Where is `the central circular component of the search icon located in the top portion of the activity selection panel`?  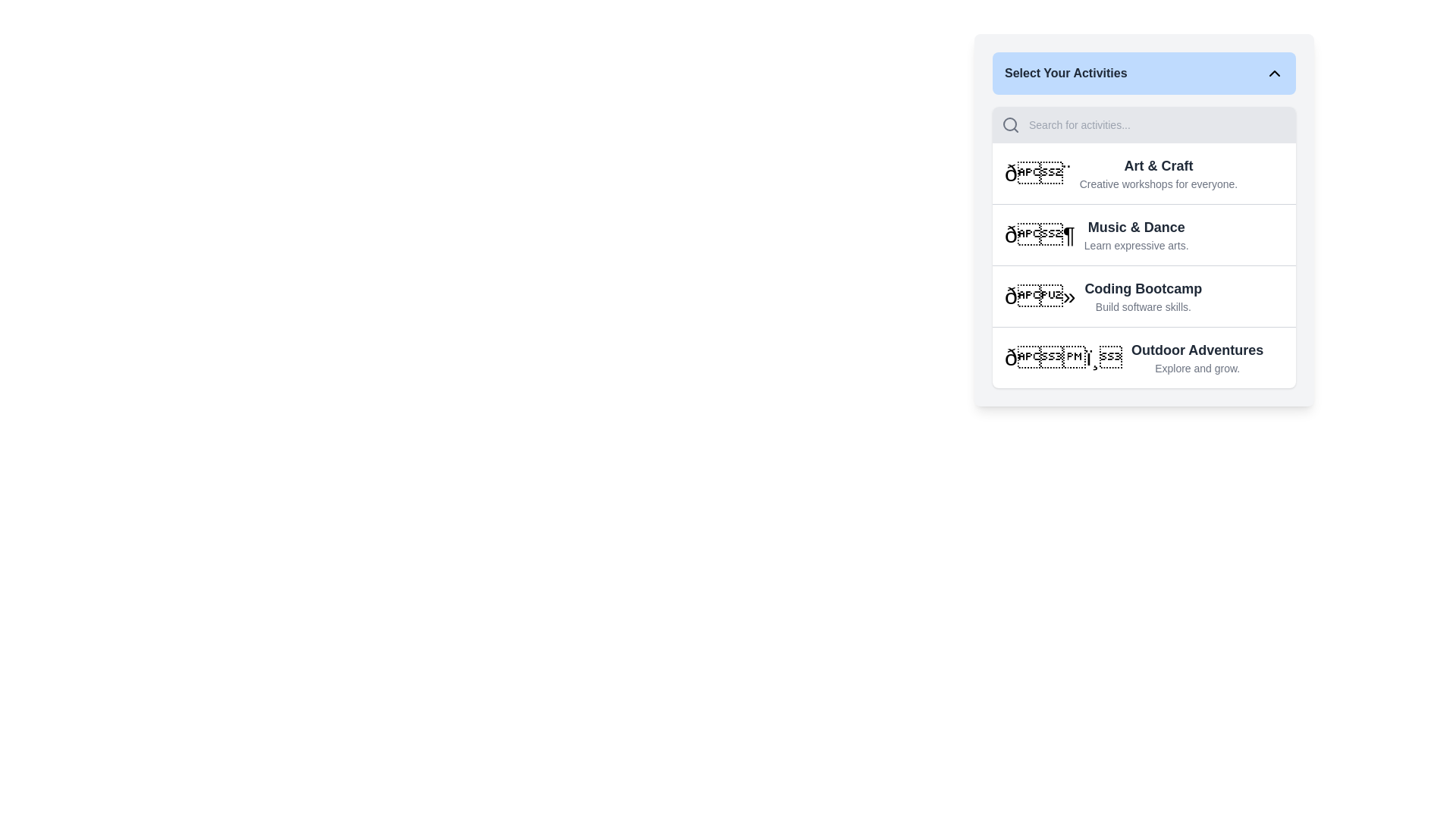 the central circular component of the search icon located in the top portion of the activity selection panel is located at coordinates (1009, 124).